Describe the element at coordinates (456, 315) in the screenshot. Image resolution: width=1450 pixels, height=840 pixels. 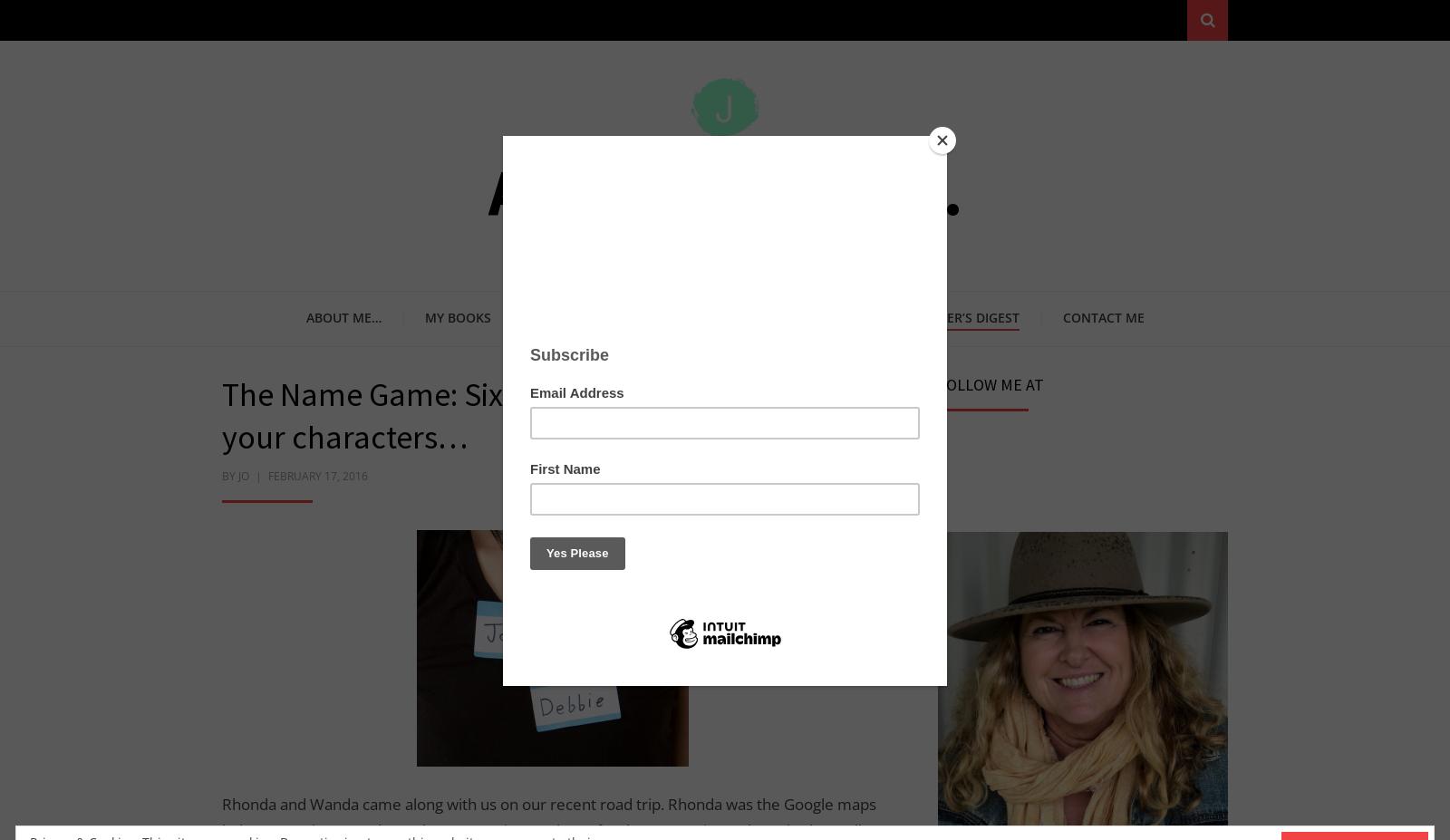
I see `'My Books'` at that location.